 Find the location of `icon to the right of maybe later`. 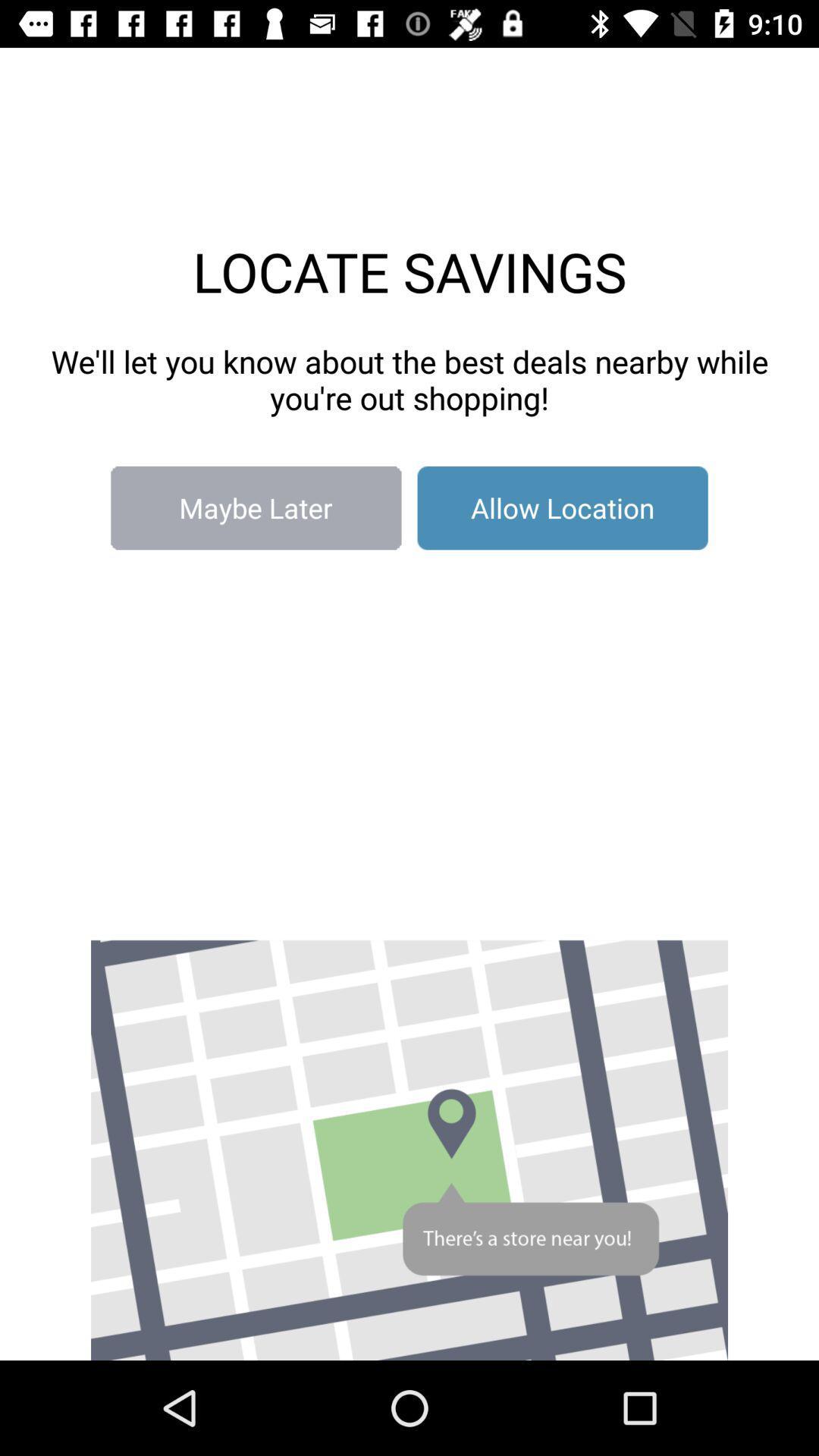

icon to the right of maybe later is located at coordinates (563, 508).